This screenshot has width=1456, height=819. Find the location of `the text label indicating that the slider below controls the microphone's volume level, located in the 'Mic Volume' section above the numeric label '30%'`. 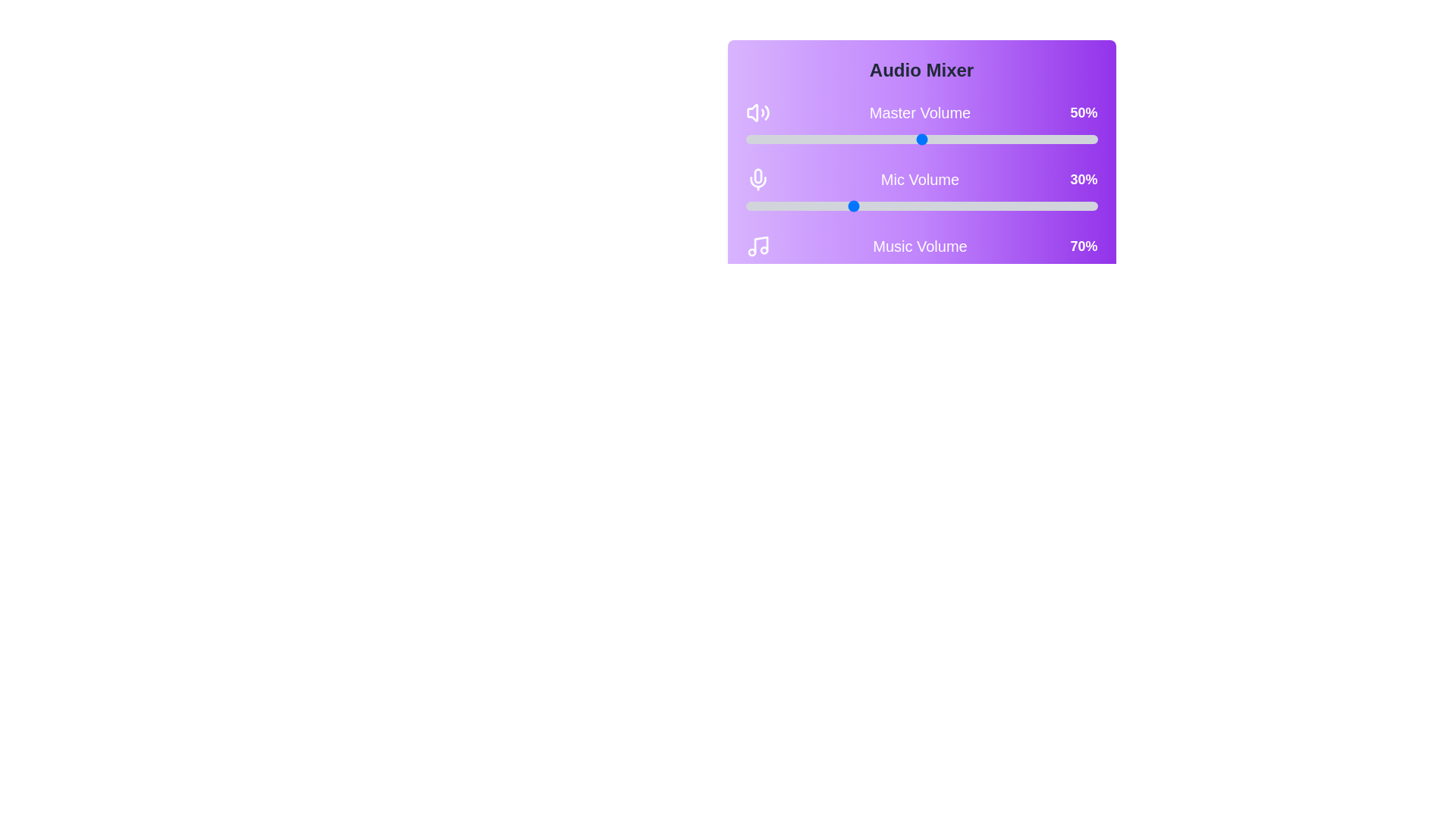

the text label indicating that the slider below controls the microphone's volume level, located in the 'Mic Volume' section above the numeric label '30%' is located at coordinates (919, 178).